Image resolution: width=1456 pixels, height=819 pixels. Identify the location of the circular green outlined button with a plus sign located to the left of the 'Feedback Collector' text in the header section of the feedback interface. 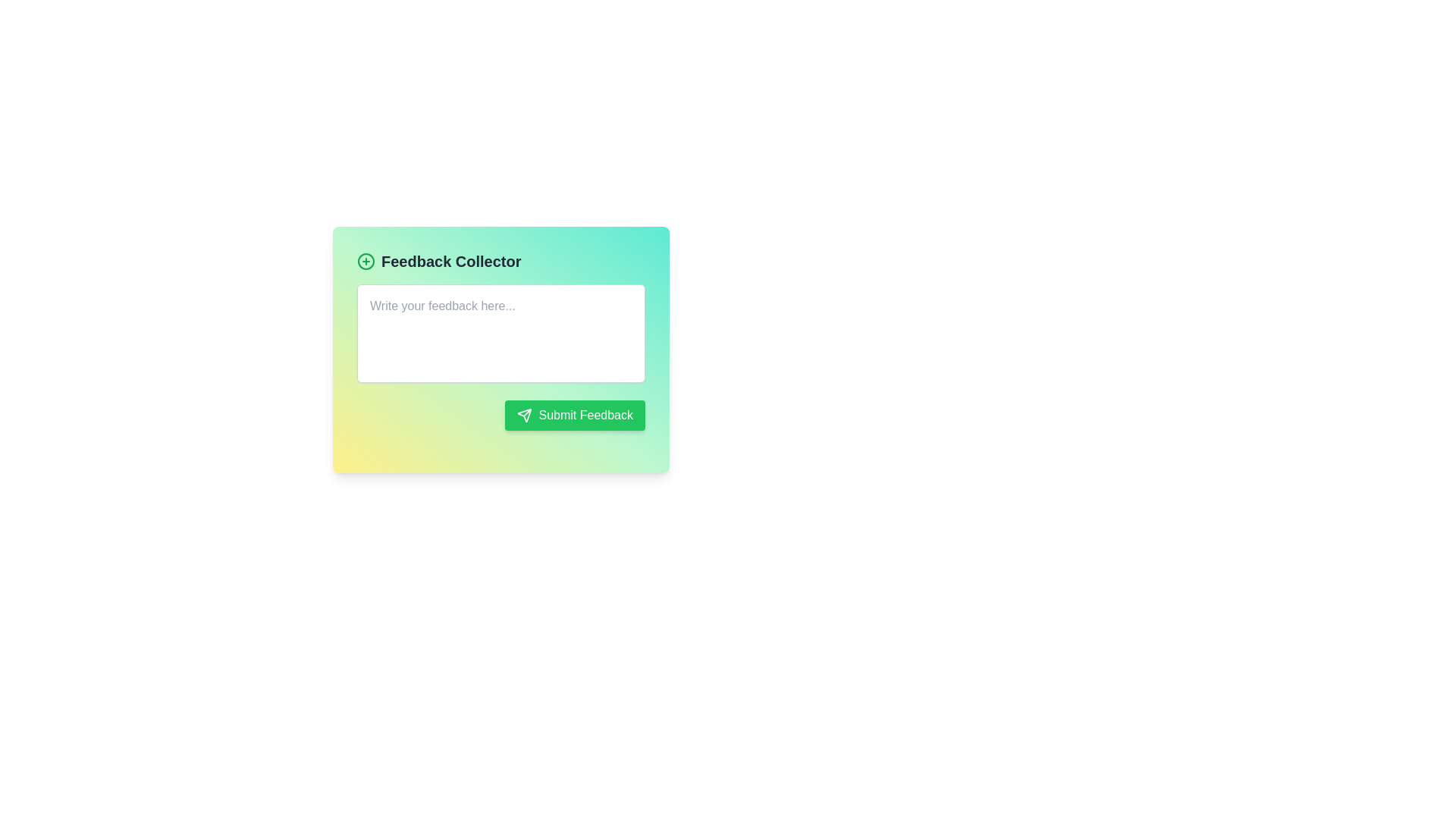
(366, 260).